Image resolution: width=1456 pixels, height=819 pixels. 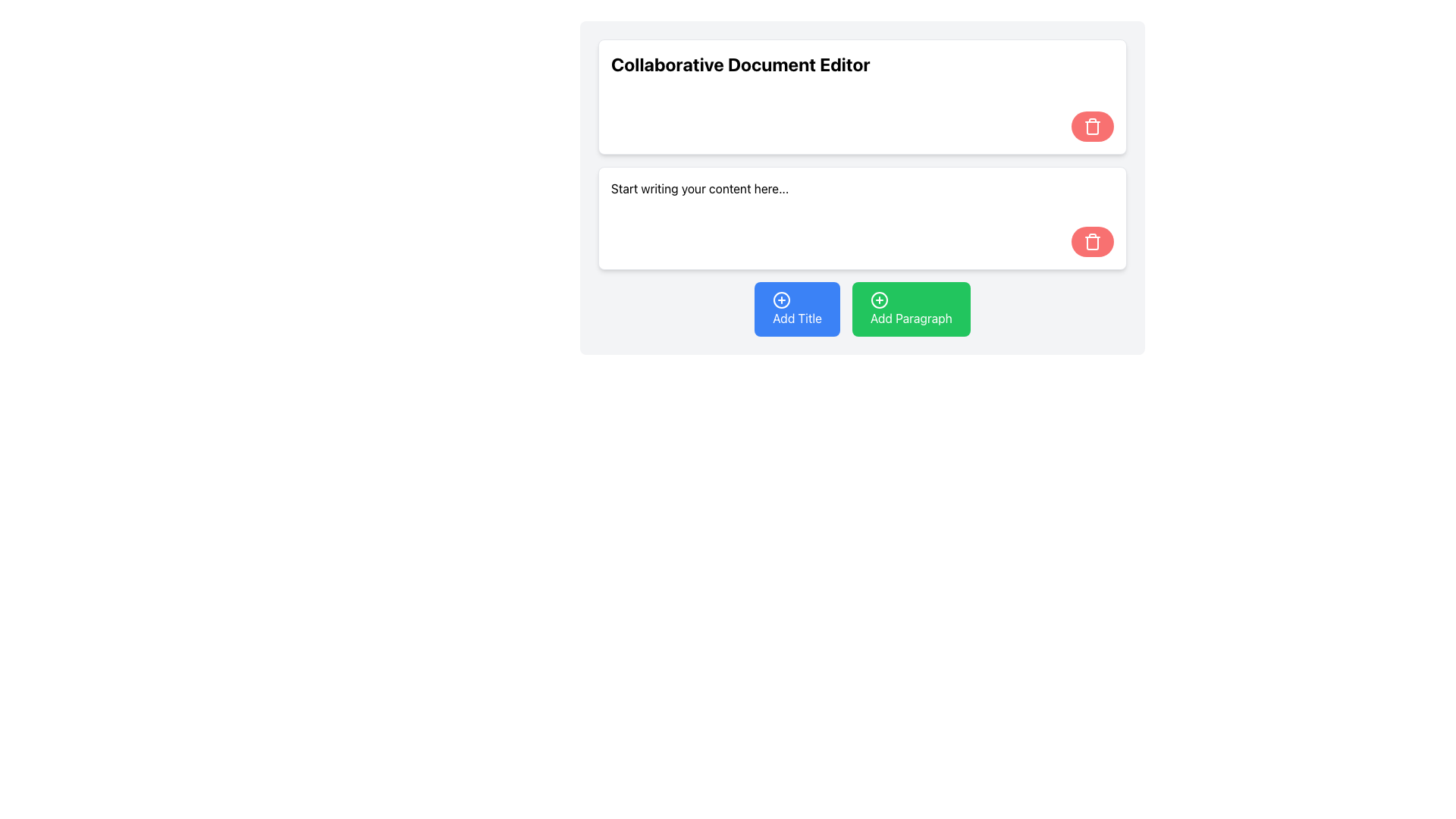 I want to click on the button labeled 'Add Paragraph' which contains the icon for adding a paragraph, so click(x=879, y=300).